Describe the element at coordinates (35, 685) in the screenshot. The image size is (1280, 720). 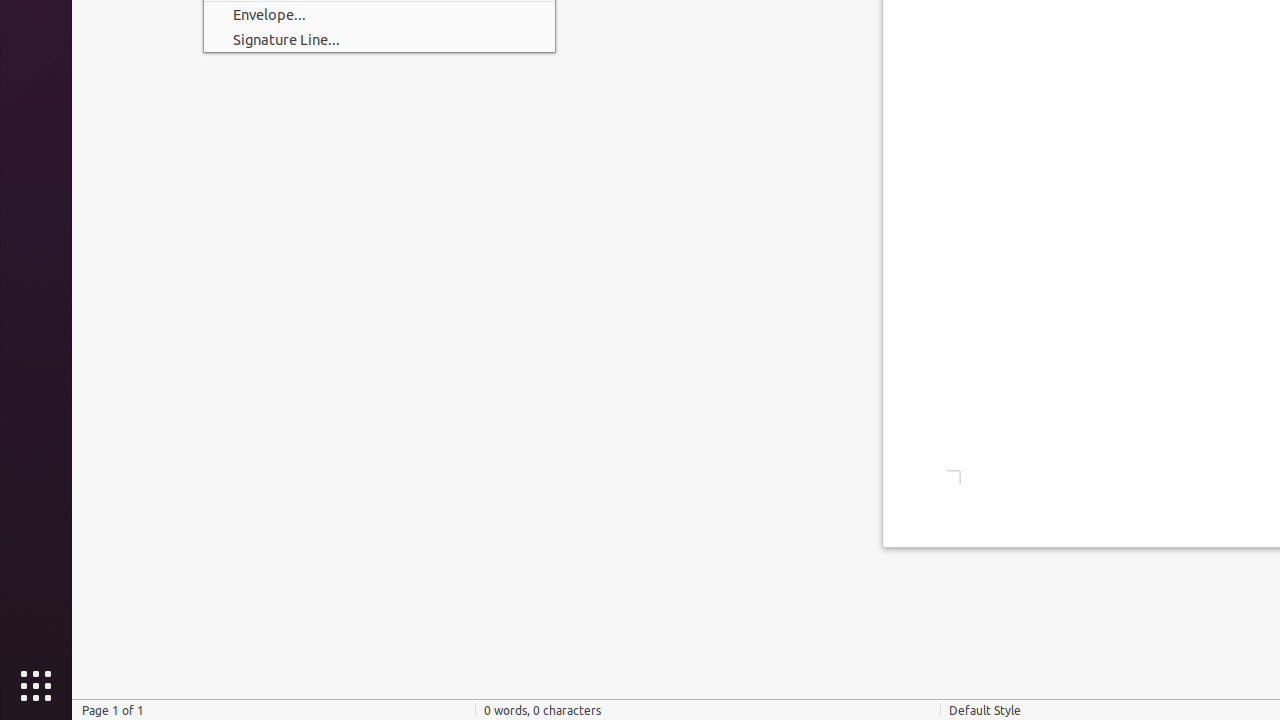
I see `'Show Applications'` at that location.